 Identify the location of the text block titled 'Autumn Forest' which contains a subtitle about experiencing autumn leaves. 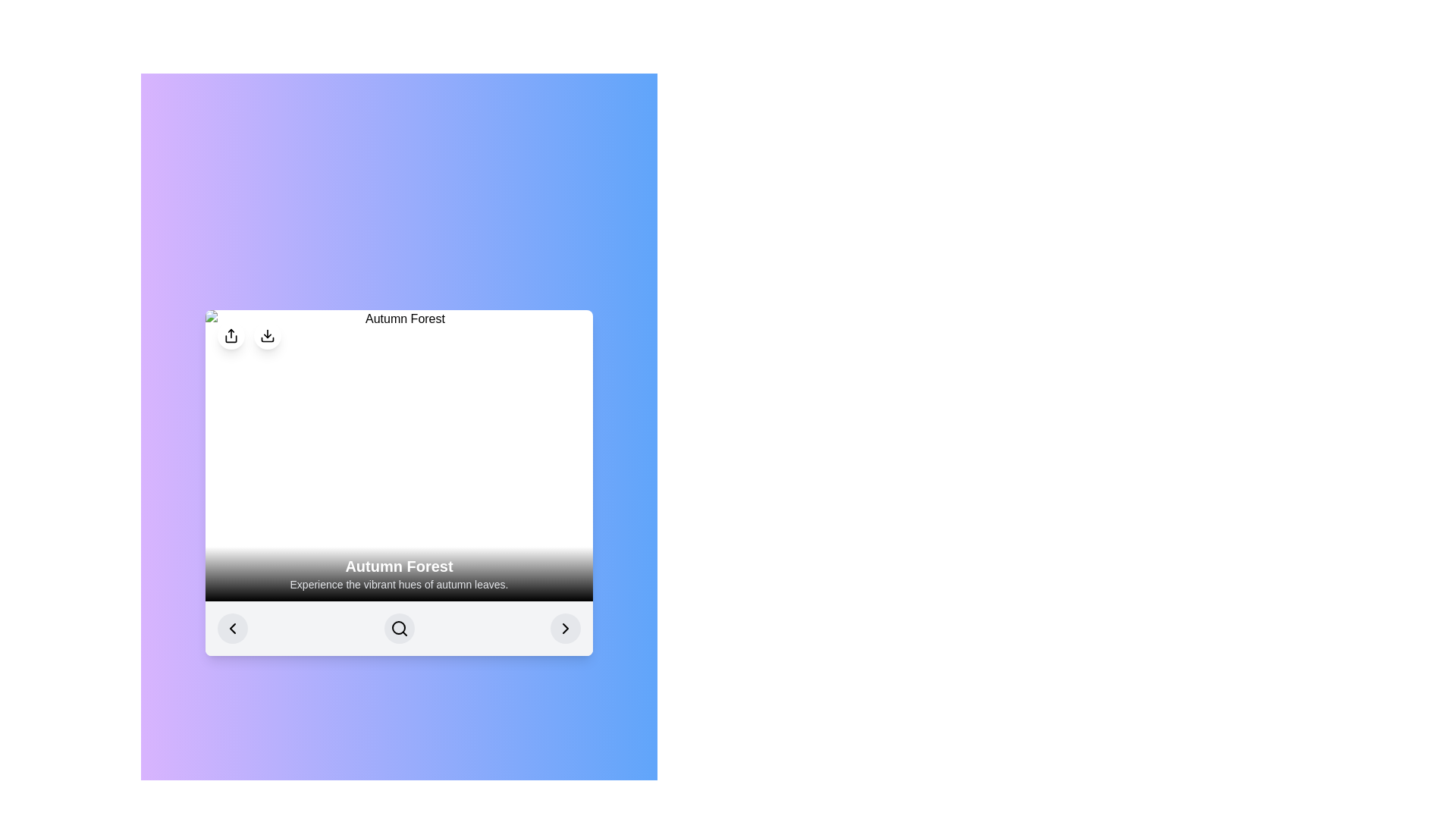
(399, 573).